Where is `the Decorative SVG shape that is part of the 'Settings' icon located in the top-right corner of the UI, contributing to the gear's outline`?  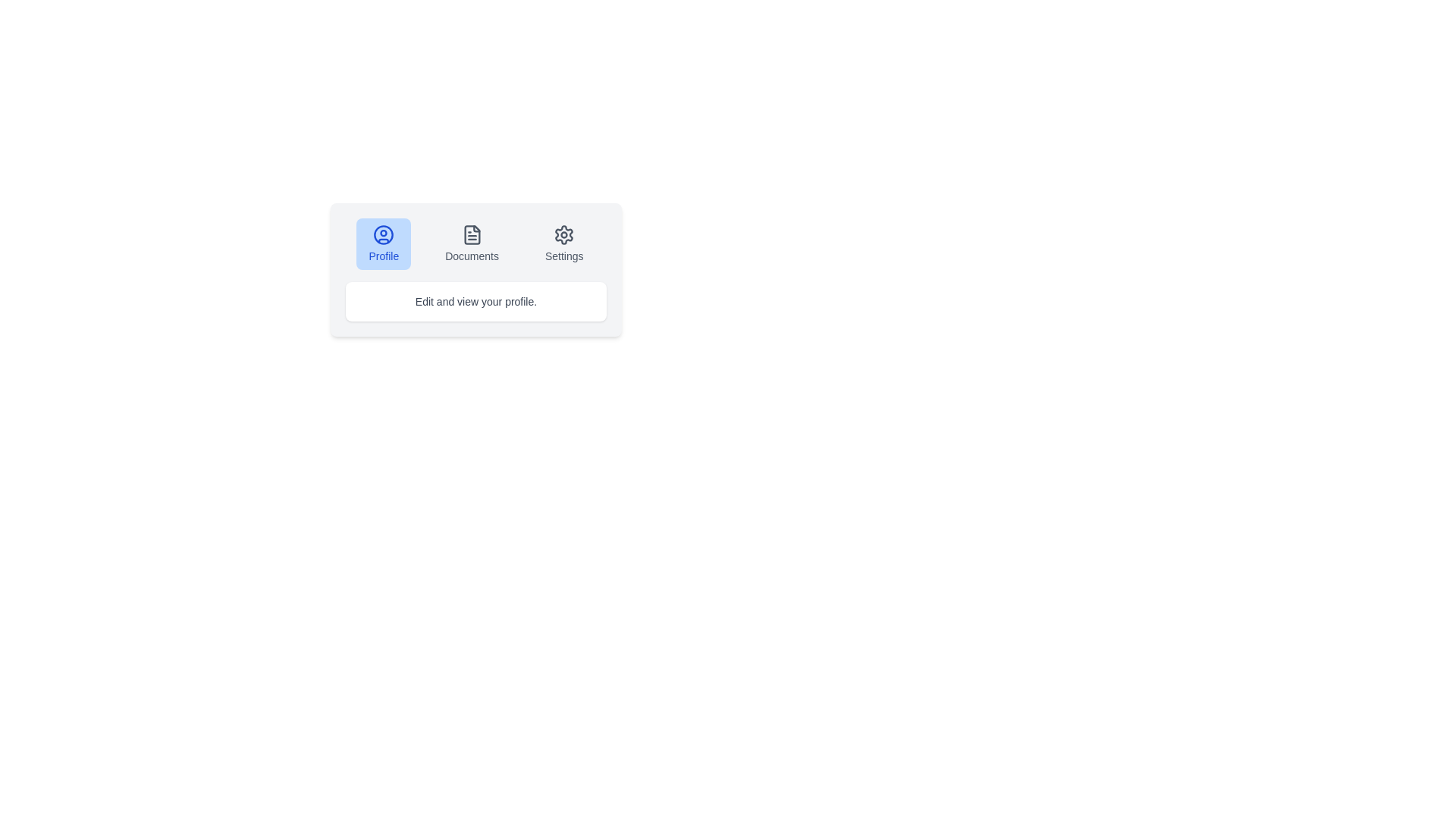
the Decorative SVG shape that is part of the 'Settings' icon located in the top-right corner of the UI, contributing to the gear's outline is located at coordinates (563, 234).